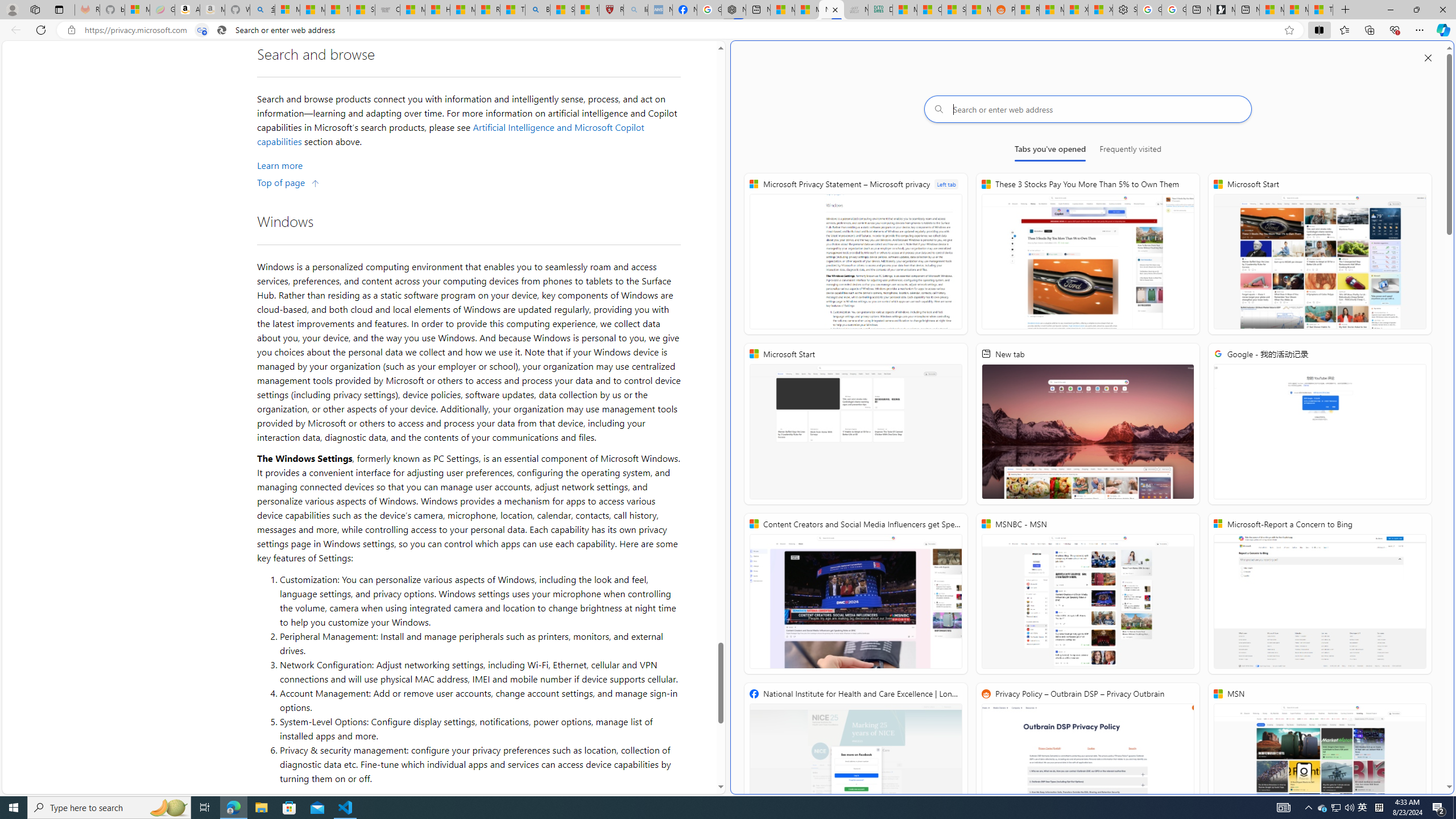 The width and height of the screenshot is (1456, 819). Describe the element at coordinates (487, 9) in the screenshot. I see `'Recipes - MSN'` at that location.